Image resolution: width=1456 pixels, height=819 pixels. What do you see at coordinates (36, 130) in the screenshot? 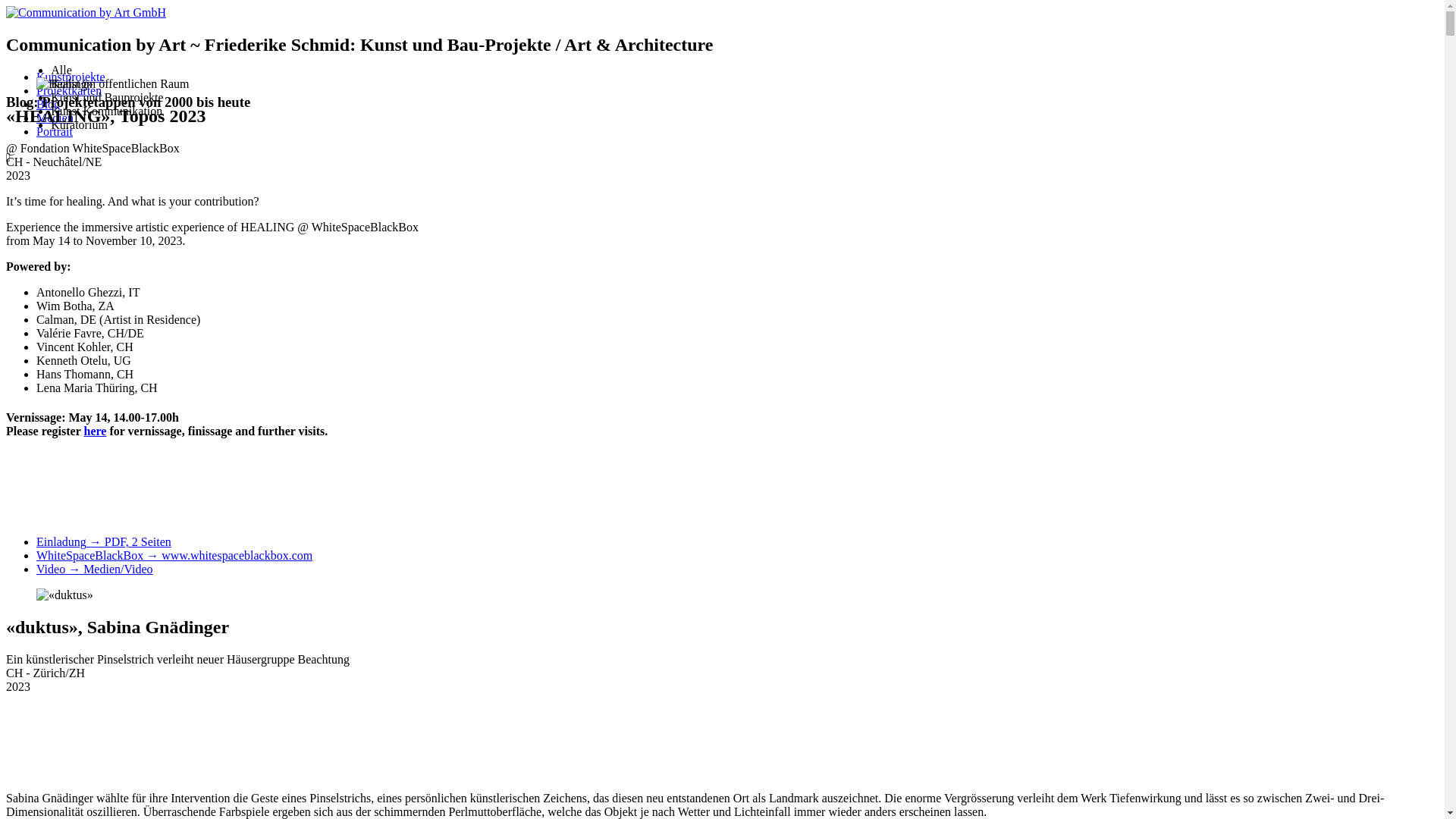
I see `'Portrait'` at bounding box center [36, 130].